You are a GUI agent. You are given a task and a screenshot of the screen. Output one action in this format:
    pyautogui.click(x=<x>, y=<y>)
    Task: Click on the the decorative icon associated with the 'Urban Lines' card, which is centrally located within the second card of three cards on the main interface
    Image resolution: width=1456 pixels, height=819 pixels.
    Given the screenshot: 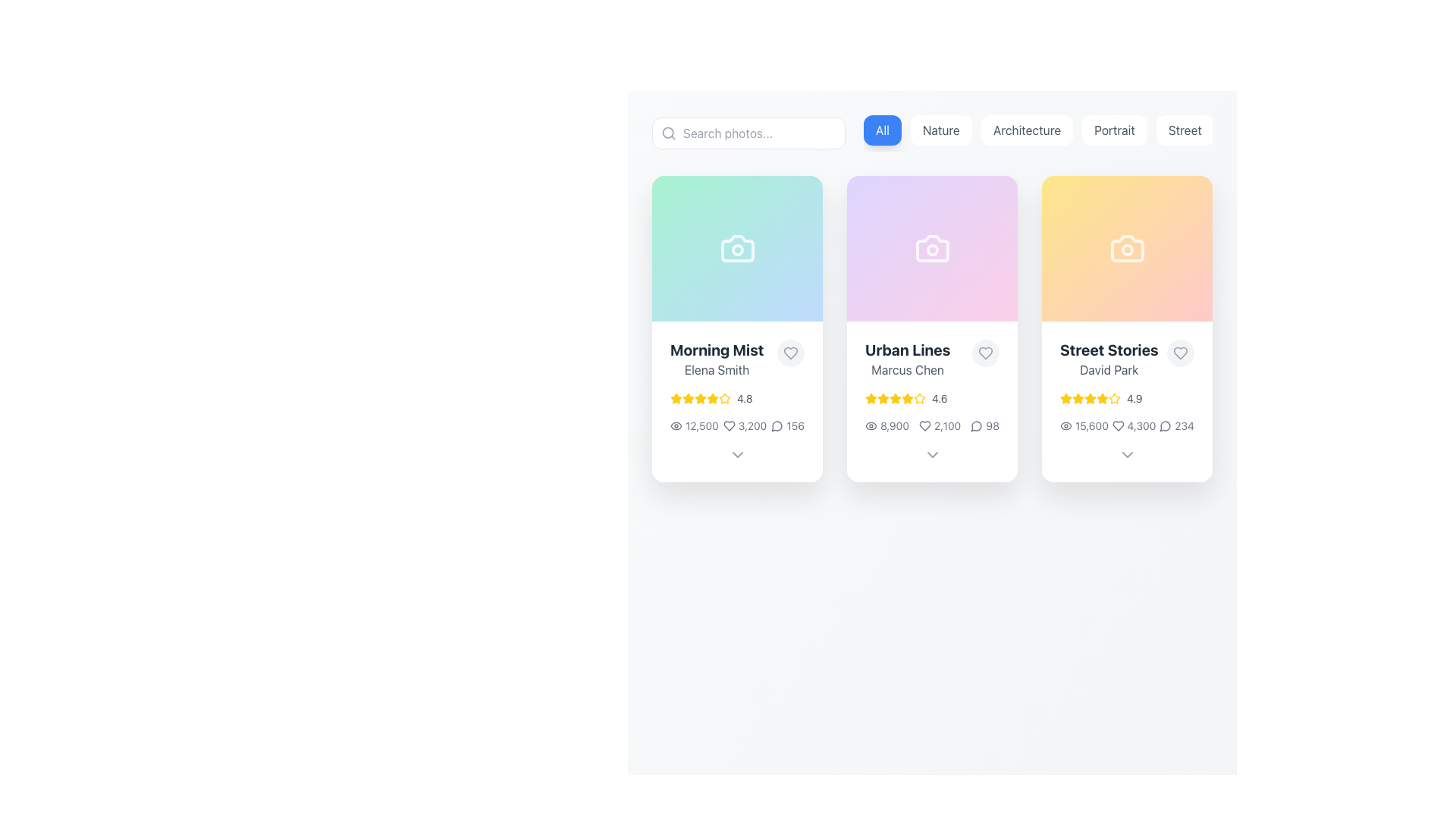 What is the action you would take?
    pyautogui.click(x=931, y=247)
    